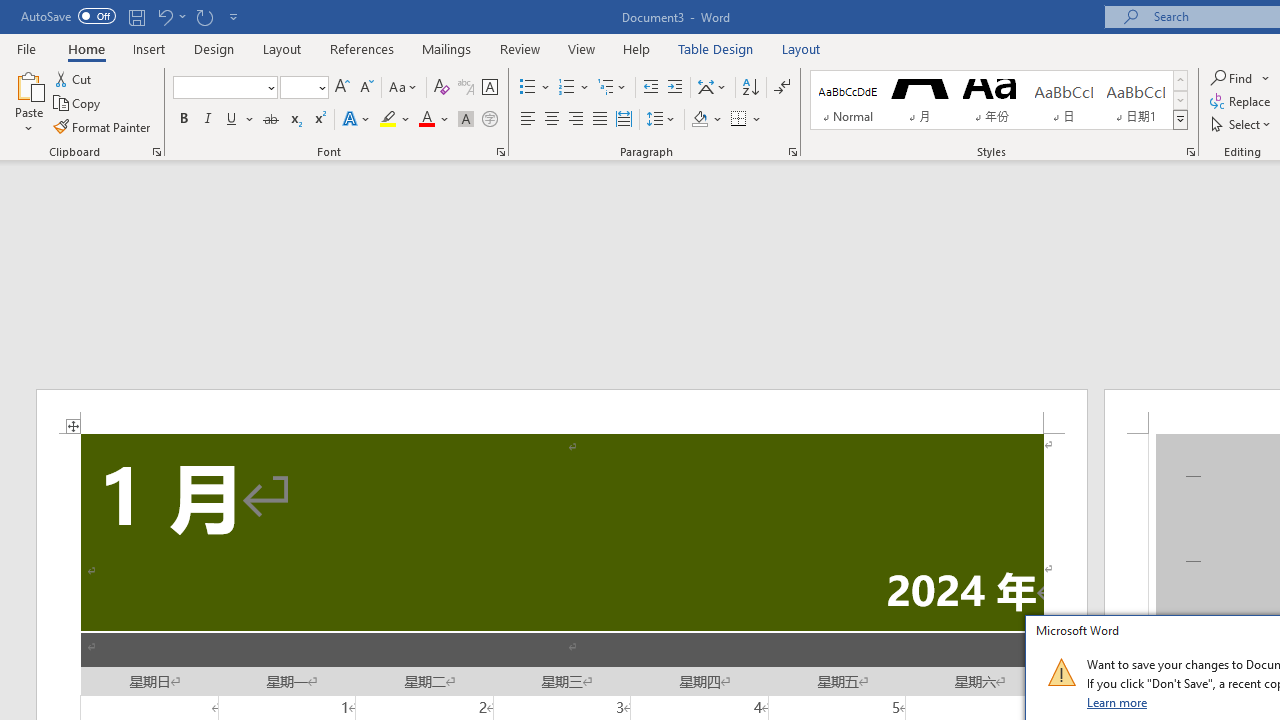  I want to click on 'Clear Formatting', so click(441, 86).